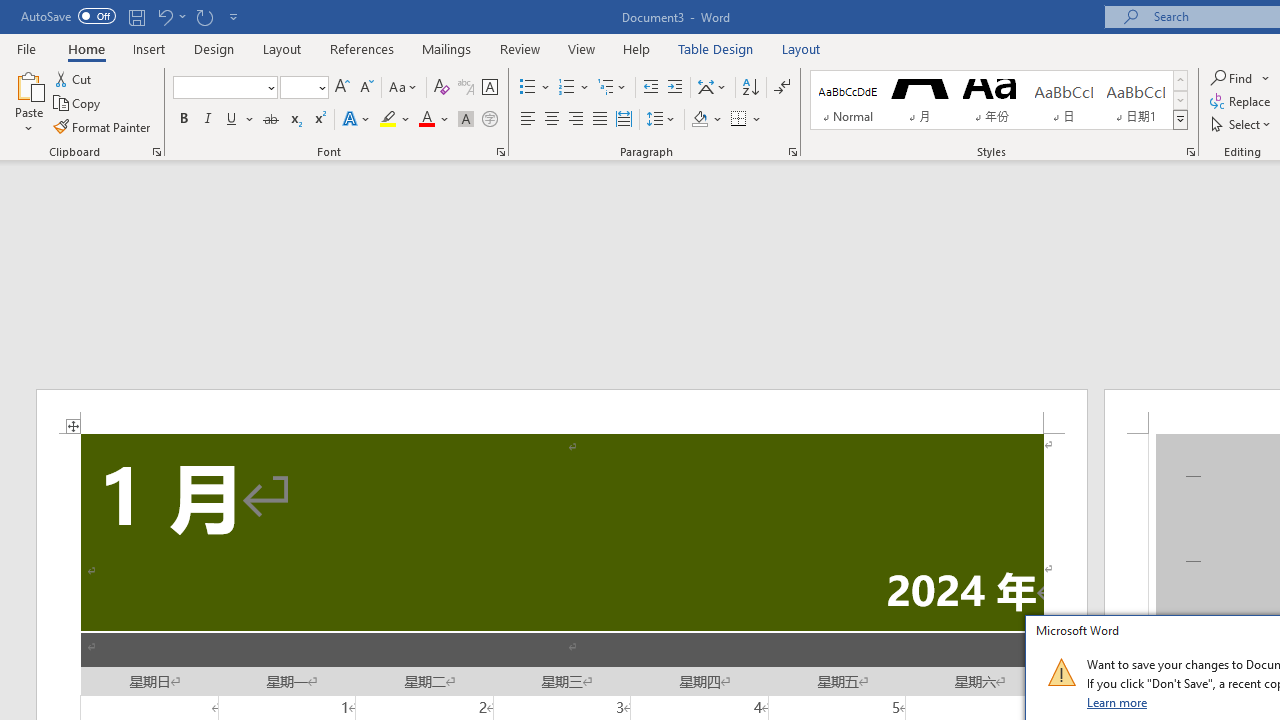  I want to click on 'Clear Formatting', so click(441, 86).